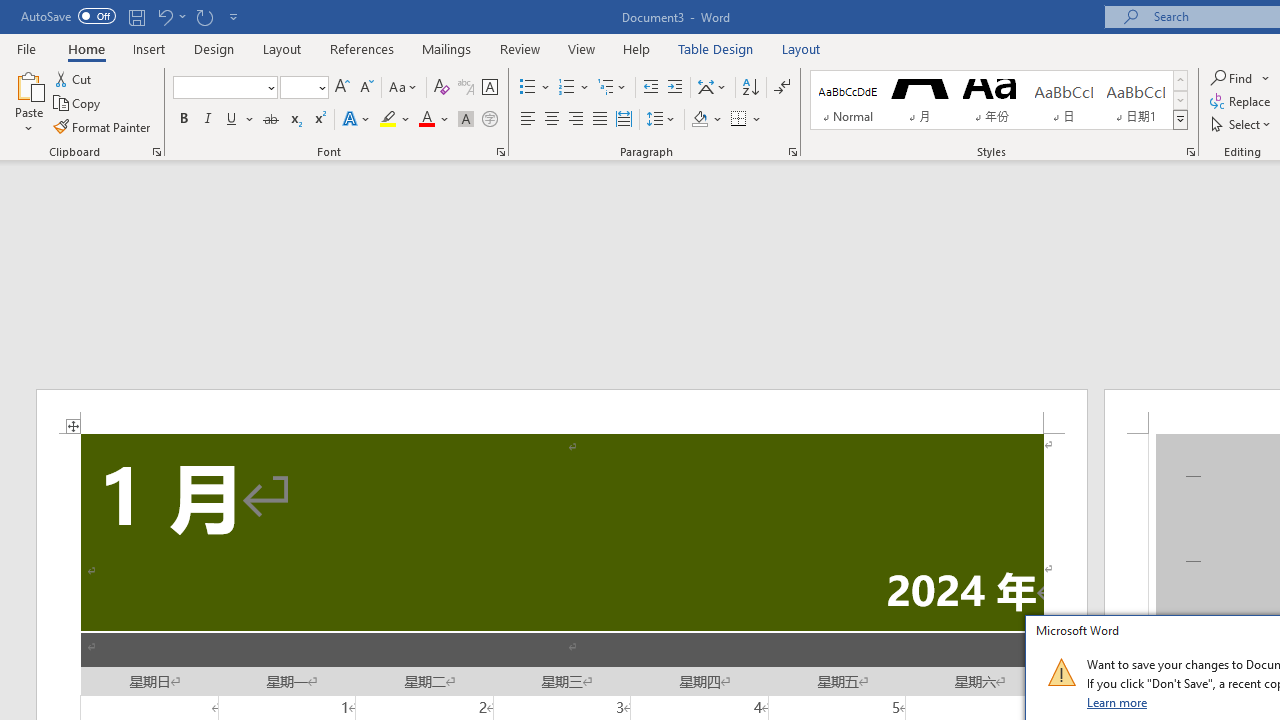  I want to click on 'Clear Formatting', so click(441, 86).